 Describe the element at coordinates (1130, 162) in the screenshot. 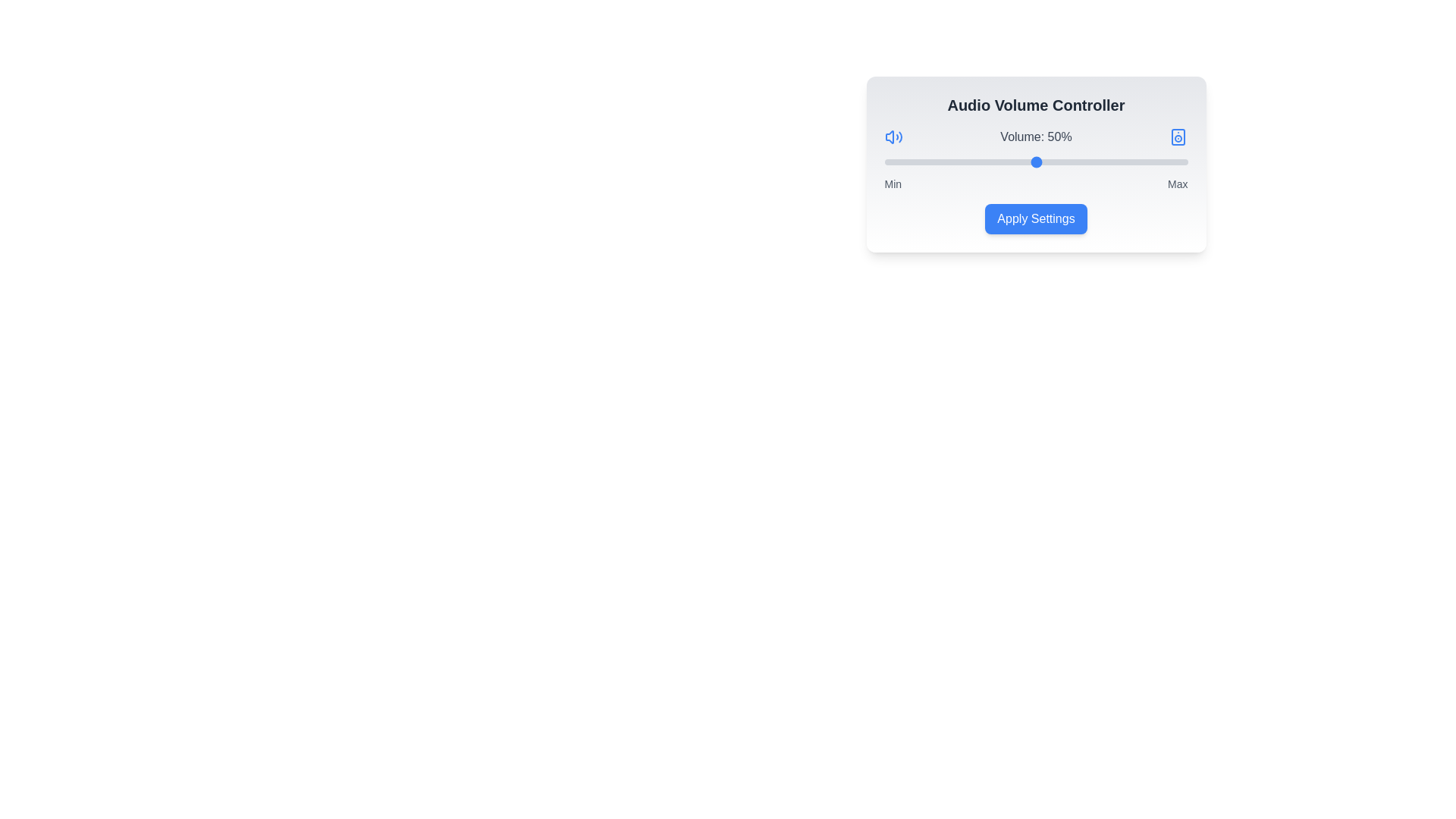

I see `the slider to set the volume to 81%` at that location.